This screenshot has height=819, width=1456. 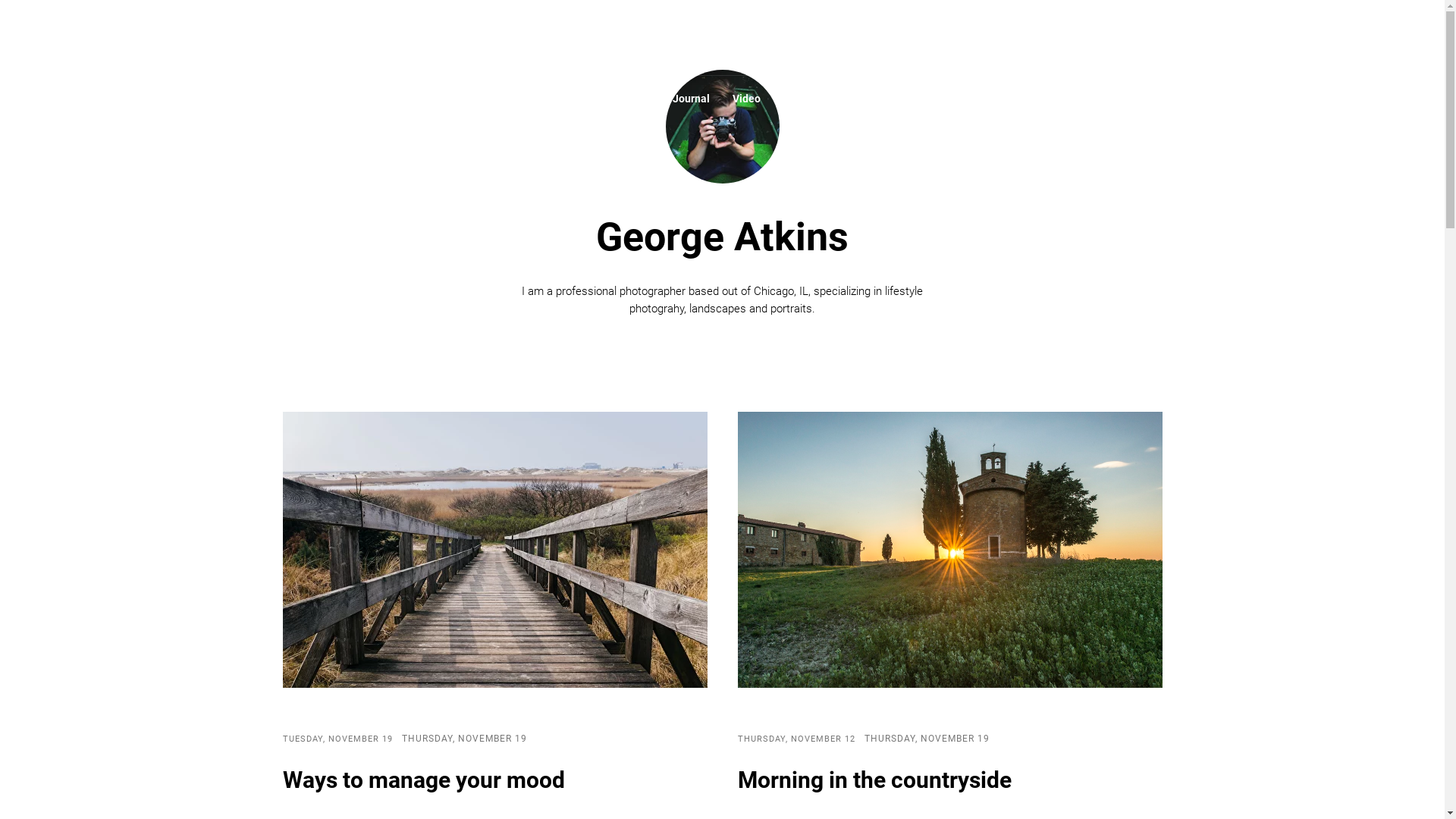 I want to click on 'Video', so click(x=746, y=99).